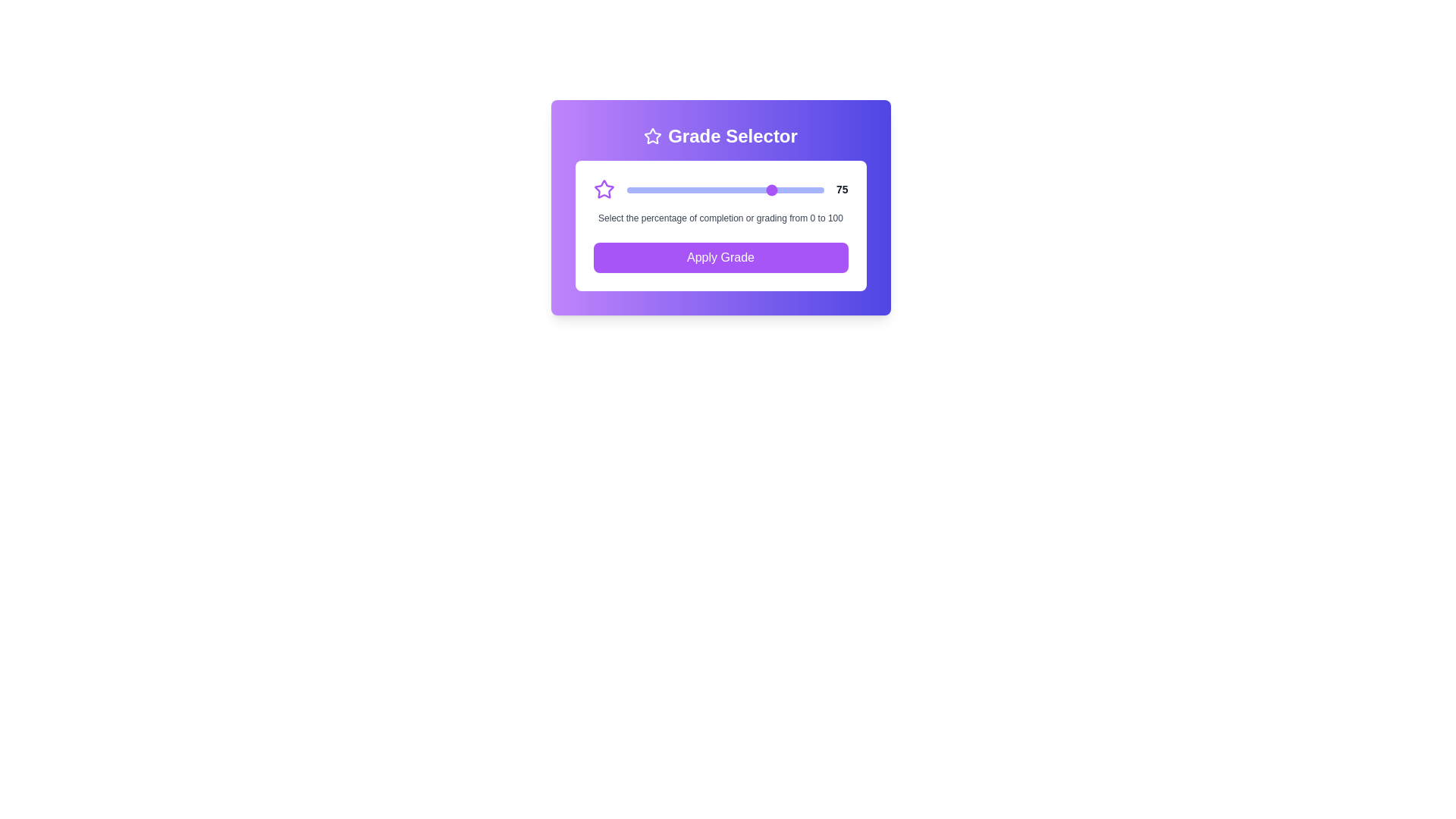 This screenshot has width=1456, height=819. What do you see at coordinates (717, 189) in the screenshot?
I see `the slider's value` at bounding box center [717, 189].